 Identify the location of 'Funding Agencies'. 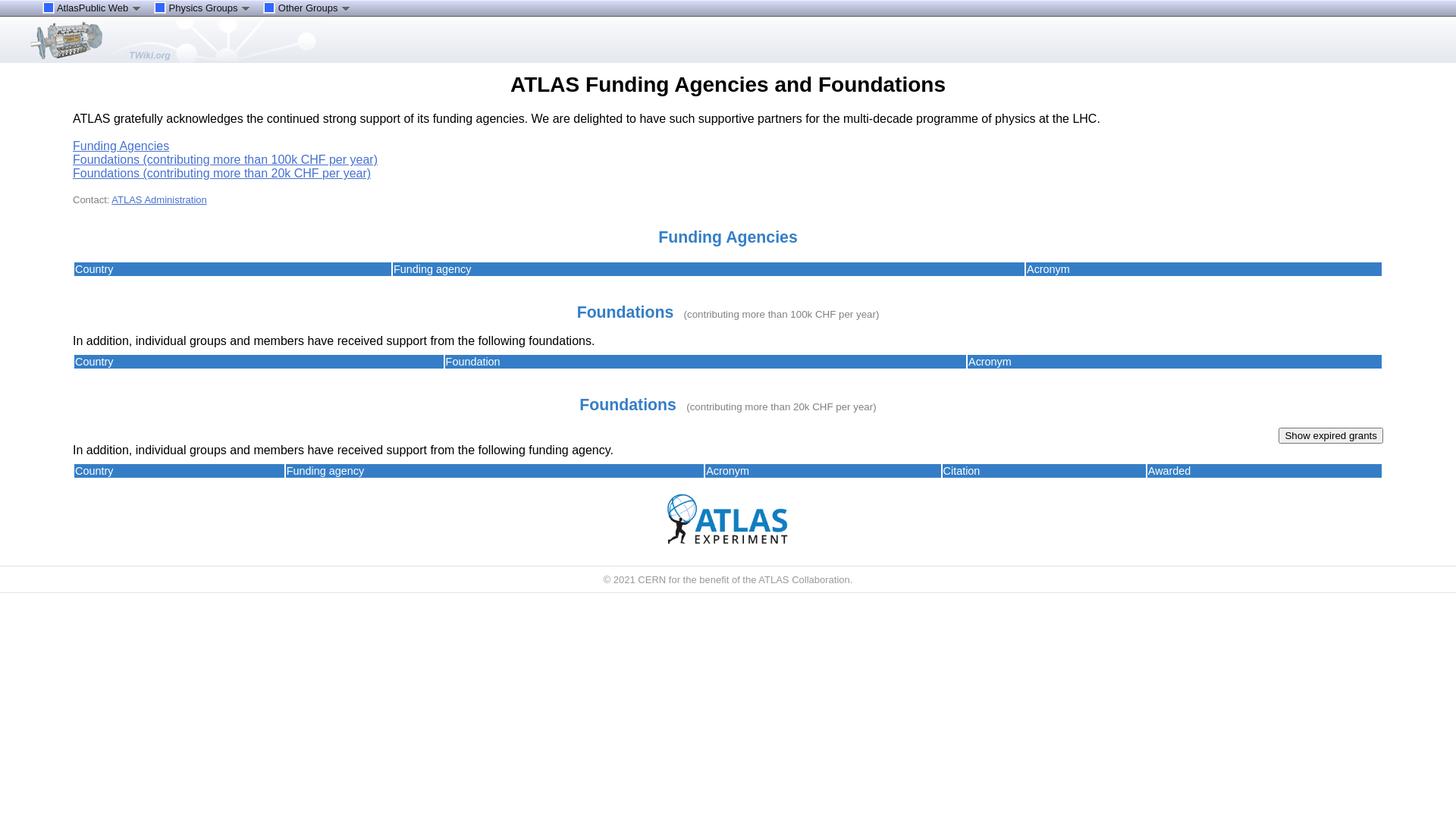
(120, 146).